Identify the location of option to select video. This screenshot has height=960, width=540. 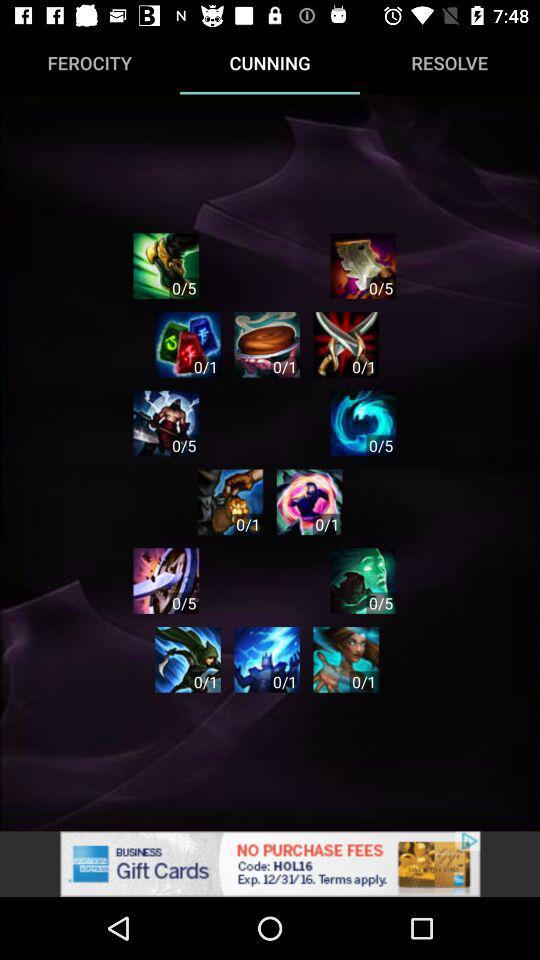
(229, 501).